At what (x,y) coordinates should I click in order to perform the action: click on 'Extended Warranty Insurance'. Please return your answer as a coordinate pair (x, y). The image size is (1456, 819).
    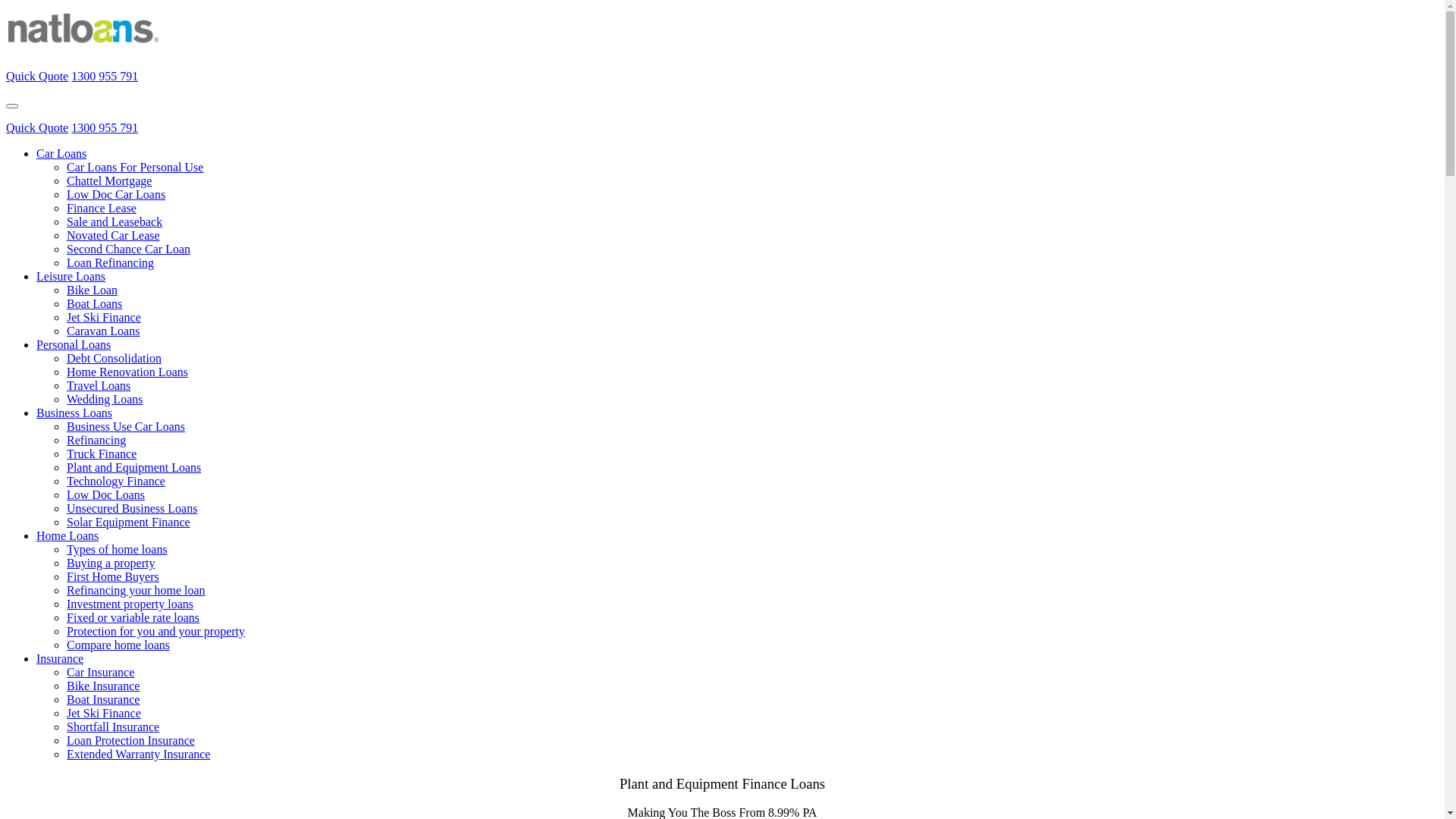
    Looking at the image, I should click on (138, 754).